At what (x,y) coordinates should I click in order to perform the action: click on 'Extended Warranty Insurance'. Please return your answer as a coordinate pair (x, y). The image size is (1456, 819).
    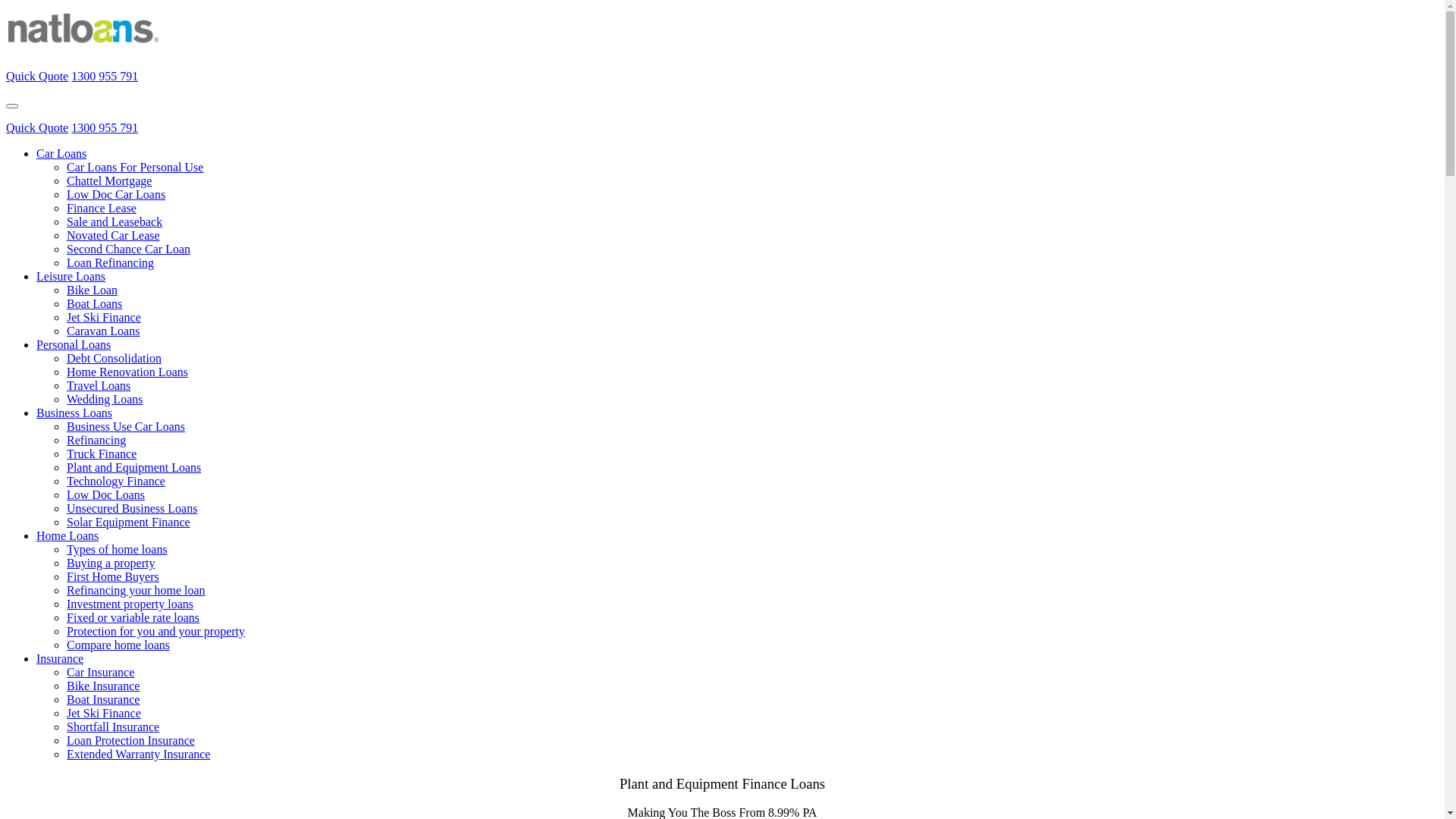
    Looking at the image, I should click on (138, 754).